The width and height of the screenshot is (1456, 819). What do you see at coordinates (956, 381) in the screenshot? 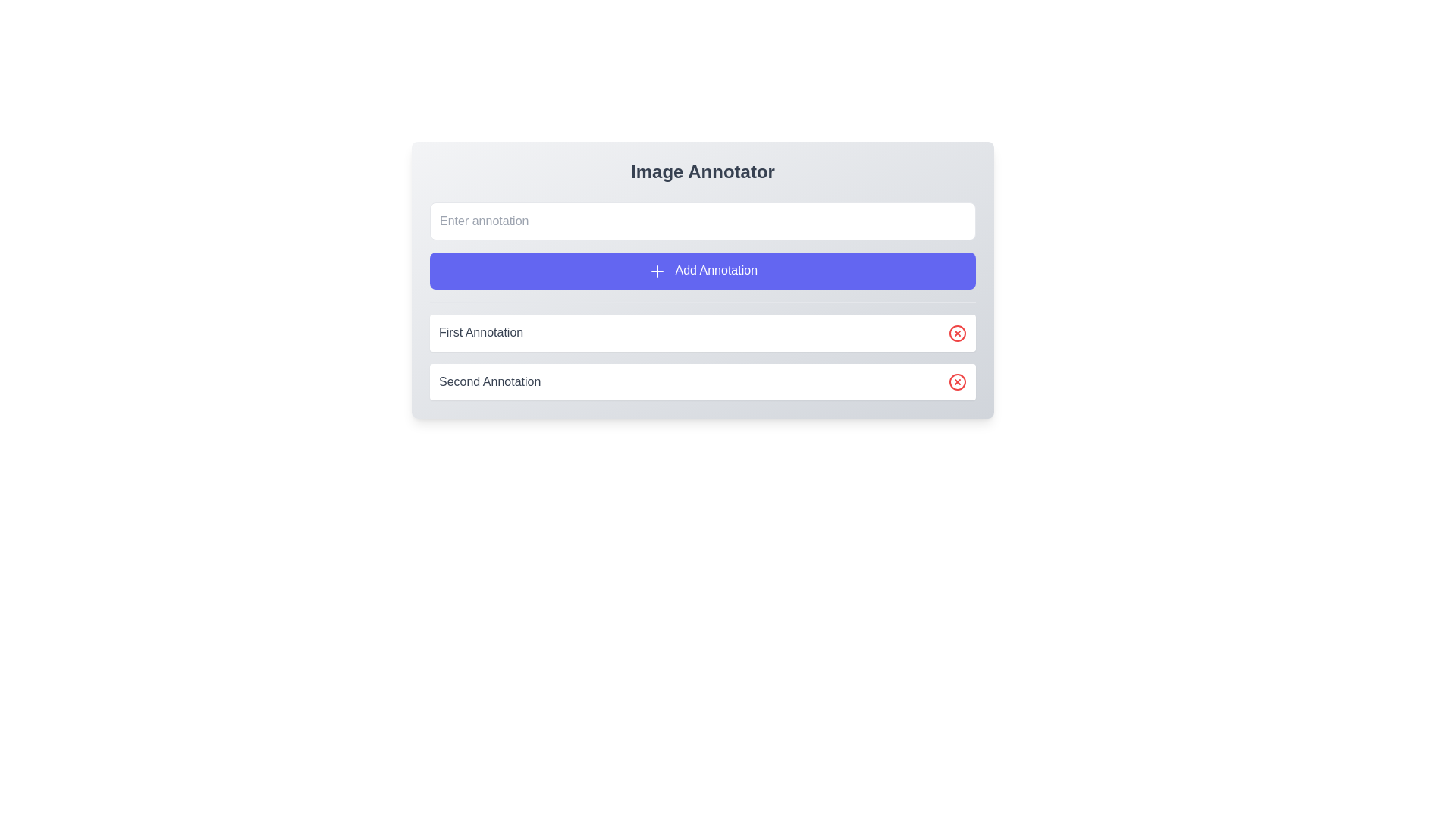
I see `the delete button icon for 'Second Annotation' located to the right of its label in the lower section of the interface` at bounding box center [956, 381].